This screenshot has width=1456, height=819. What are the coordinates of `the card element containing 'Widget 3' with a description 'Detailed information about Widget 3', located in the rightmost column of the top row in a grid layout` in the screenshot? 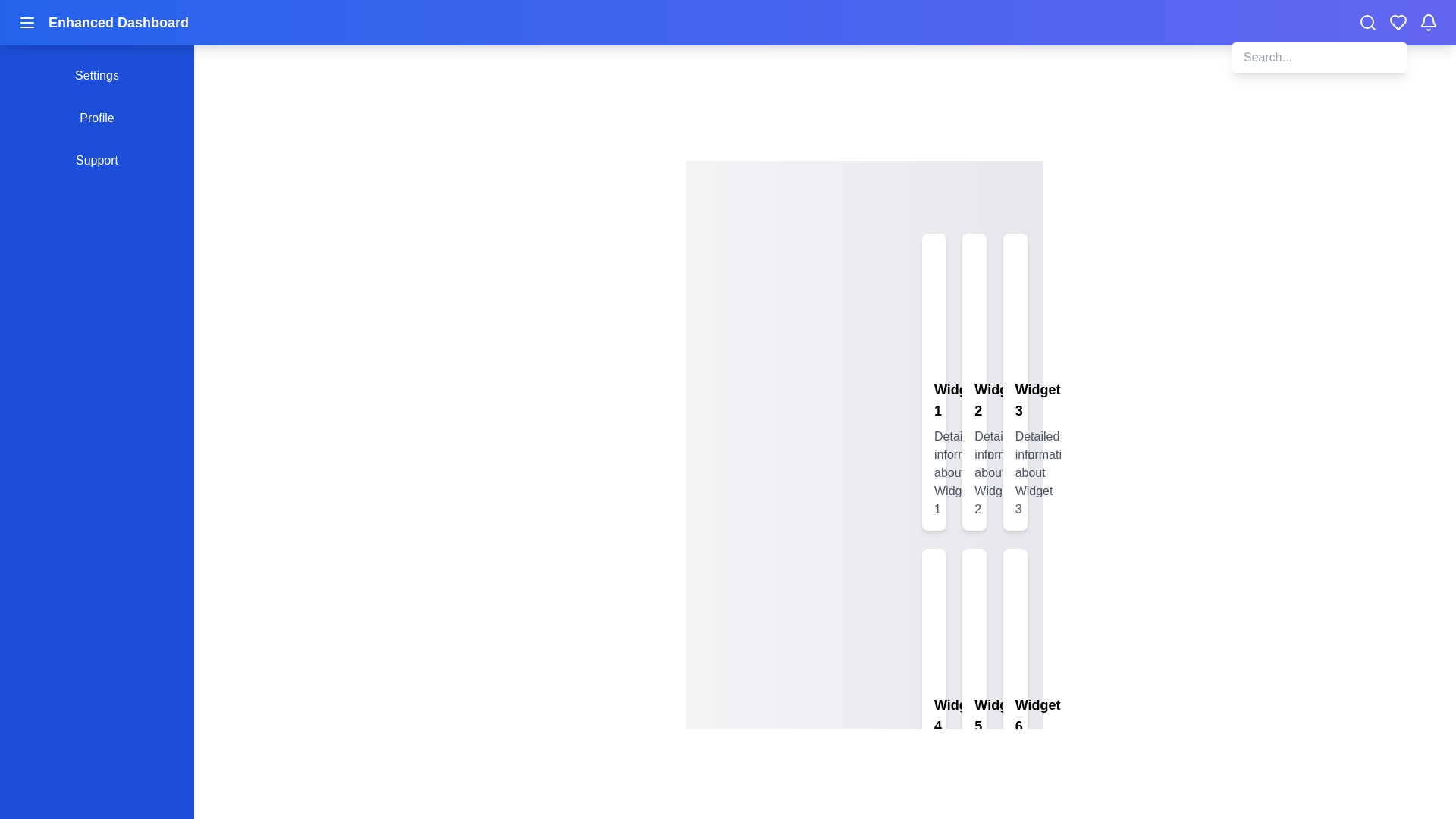 It's located at (1015, 381).